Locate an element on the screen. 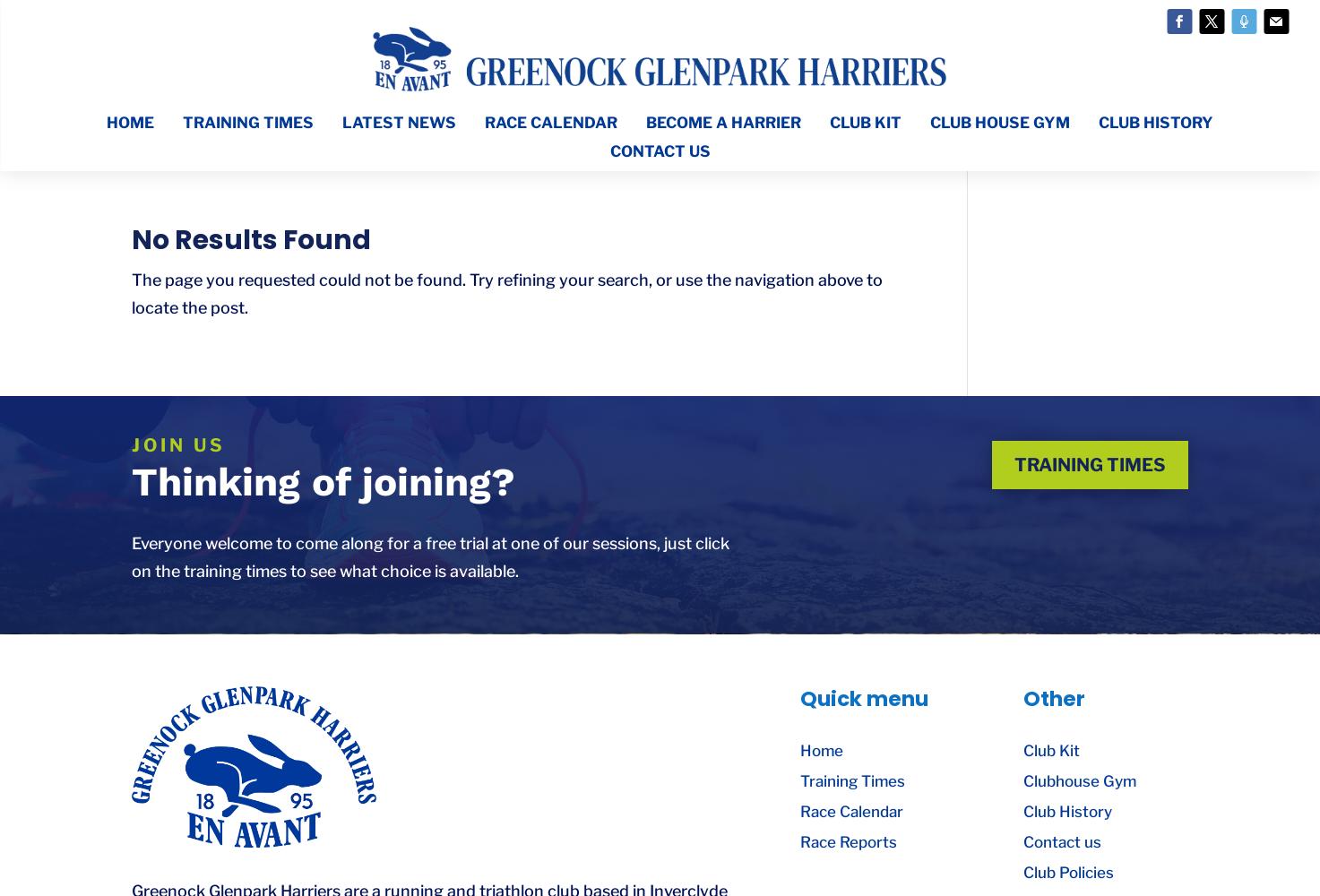 This screenshot has width=1320, height=896. 'join us' is located at coordinates (178, 444).